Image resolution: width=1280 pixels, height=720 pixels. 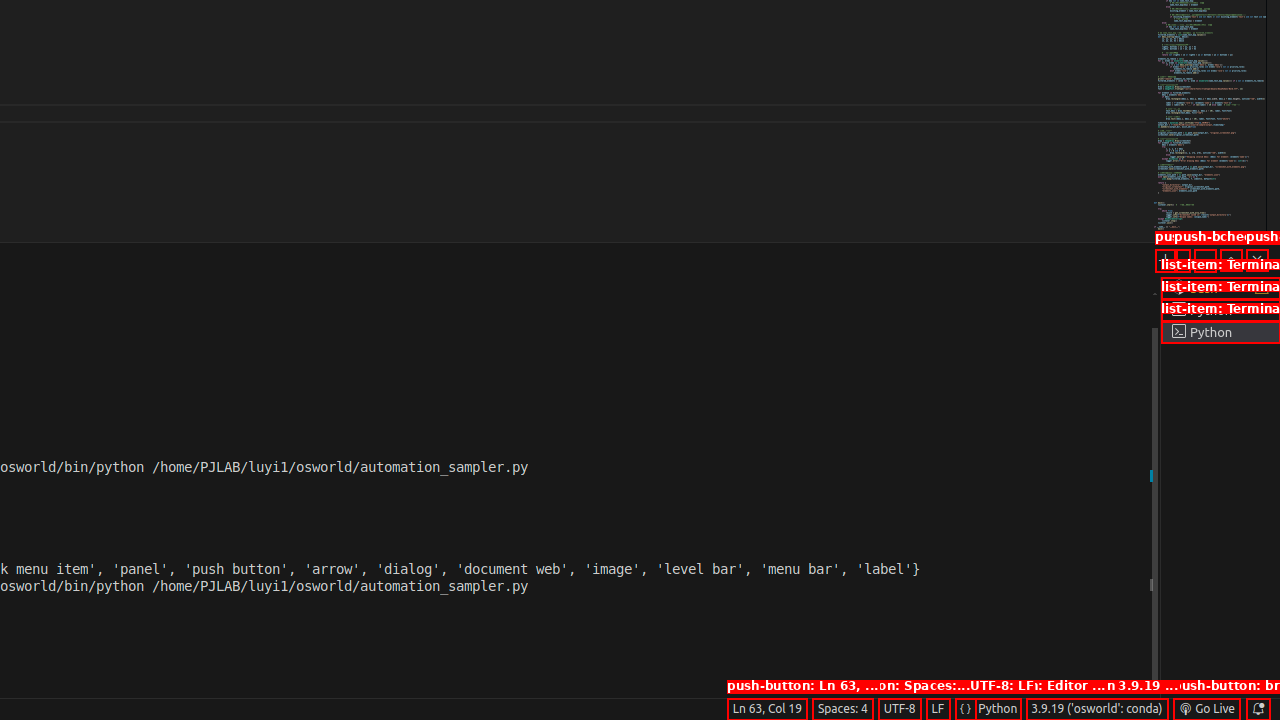 What do you see at coordinates (1203, 259) in the screenshot?
I see `'Views and More Actions...'` at bounding box center [1203, 259].